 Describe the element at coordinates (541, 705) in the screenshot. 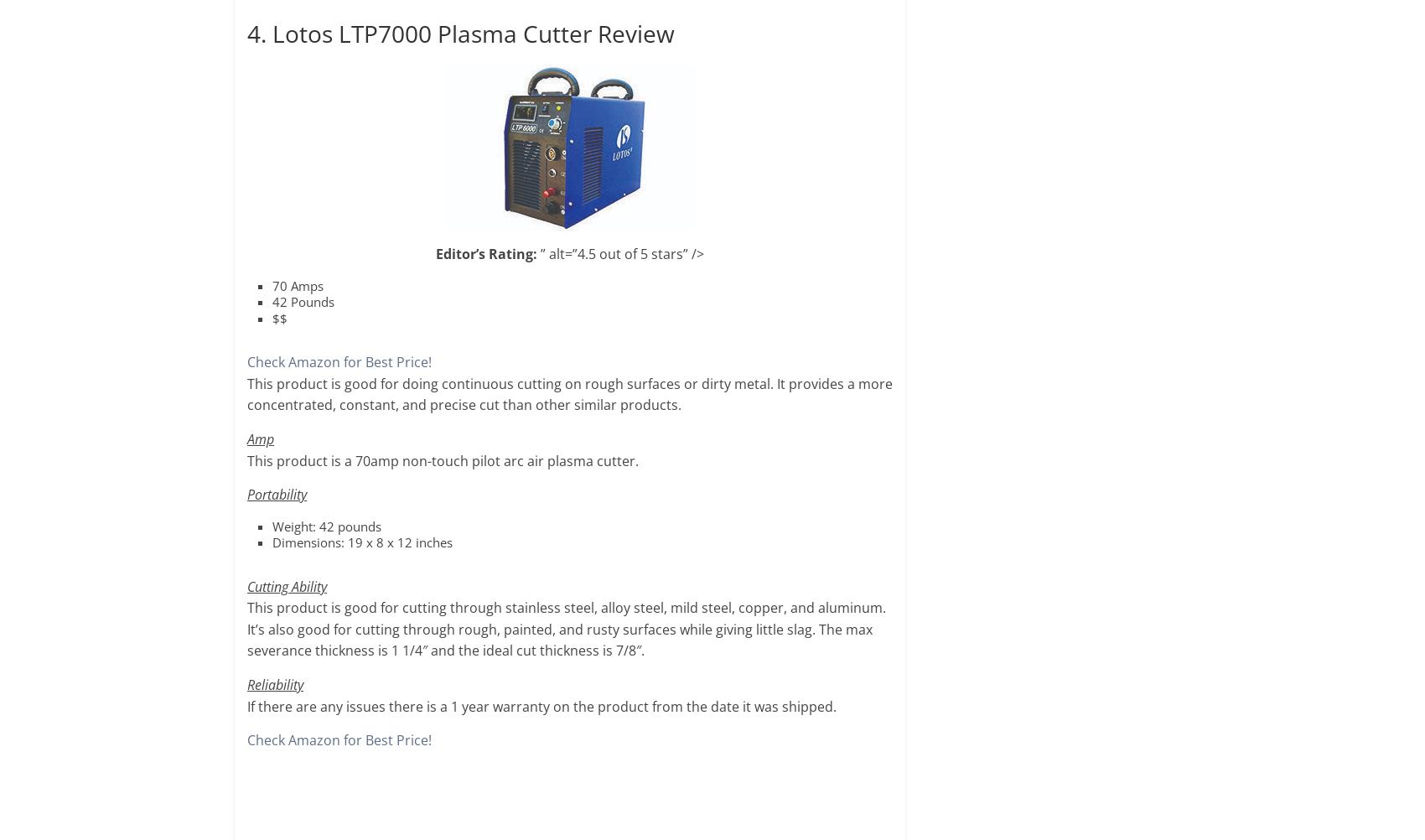

I see `'If there are any issues there is a 1 year warranty on the product from the date it was shipped.'` at that location.